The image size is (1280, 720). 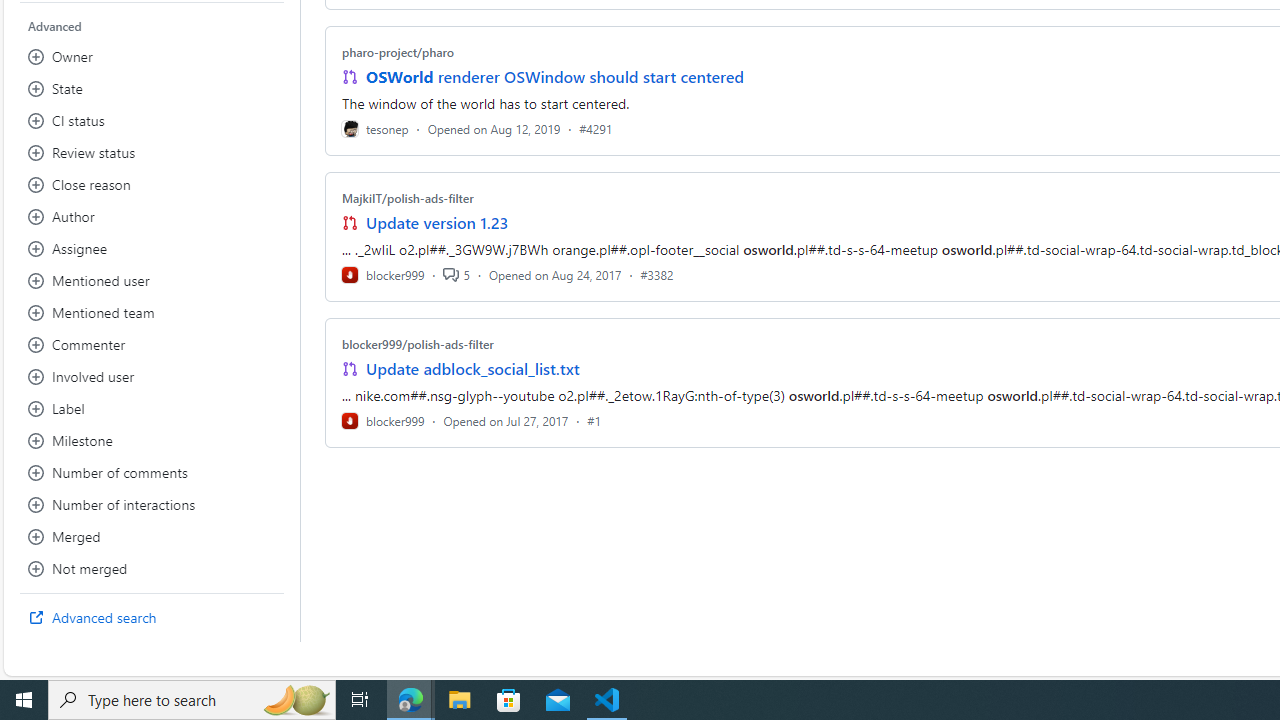 I want to click on 'blocker999', so click(x=383, y=419).